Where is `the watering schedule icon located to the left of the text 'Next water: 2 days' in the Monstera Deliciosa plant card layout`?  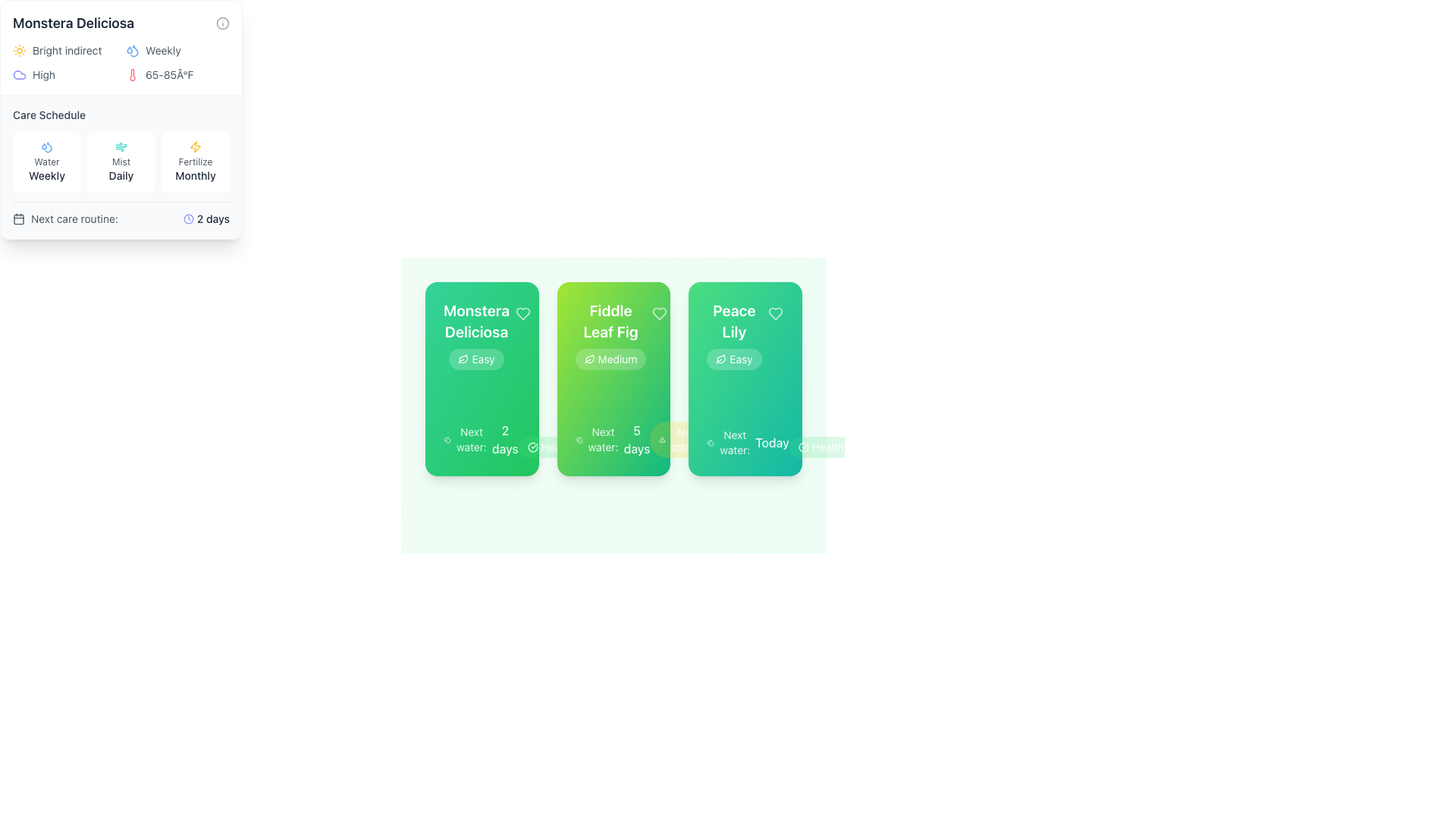 the watering schedule icon located to the left of the text 'Next water: 2 days' in the Monstera Deliciosa plant card layout is located at coordinates (447, 439).